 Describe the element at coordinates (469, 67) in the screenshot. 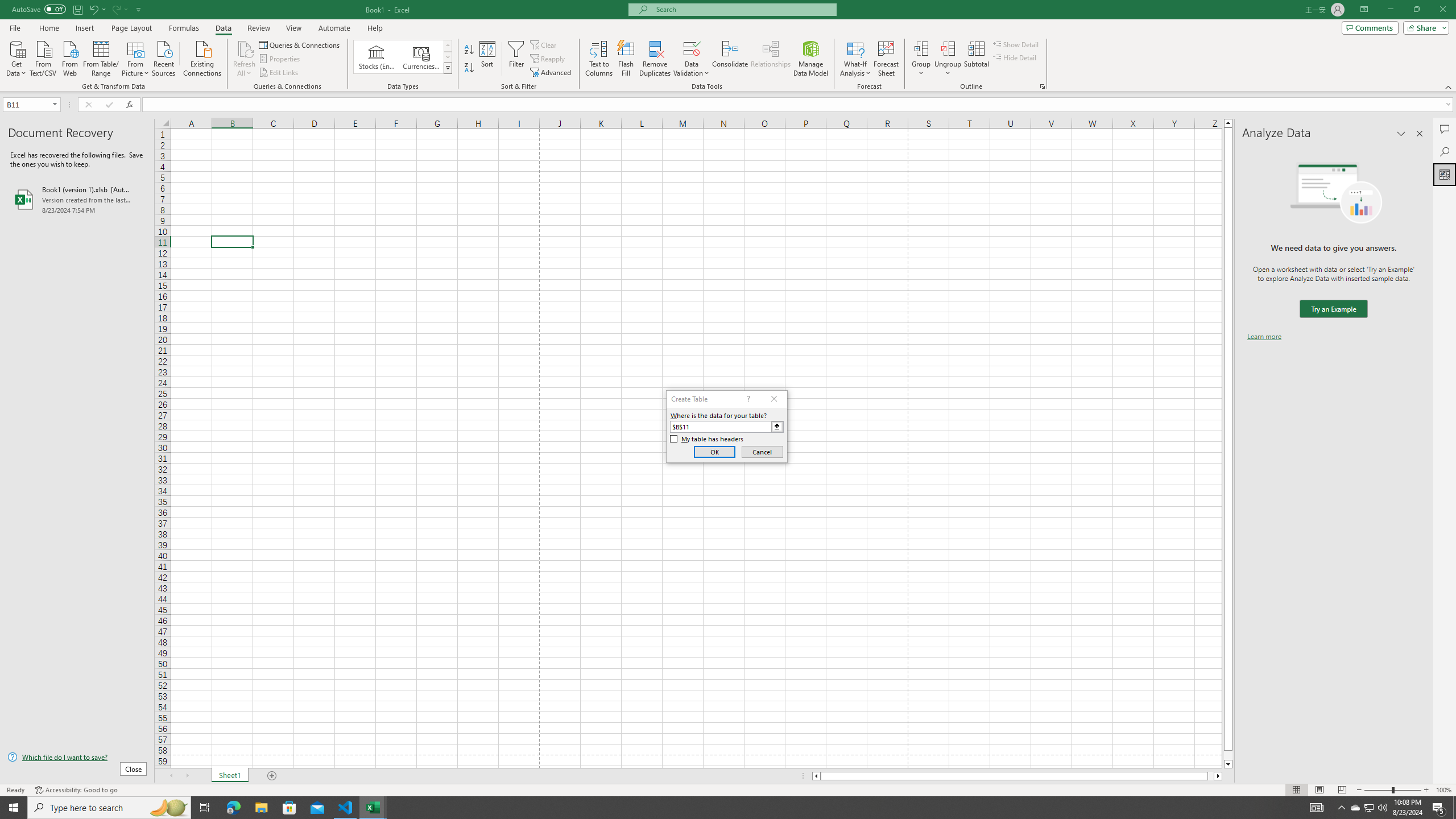

I see `'Sort Z to A'` at that location.